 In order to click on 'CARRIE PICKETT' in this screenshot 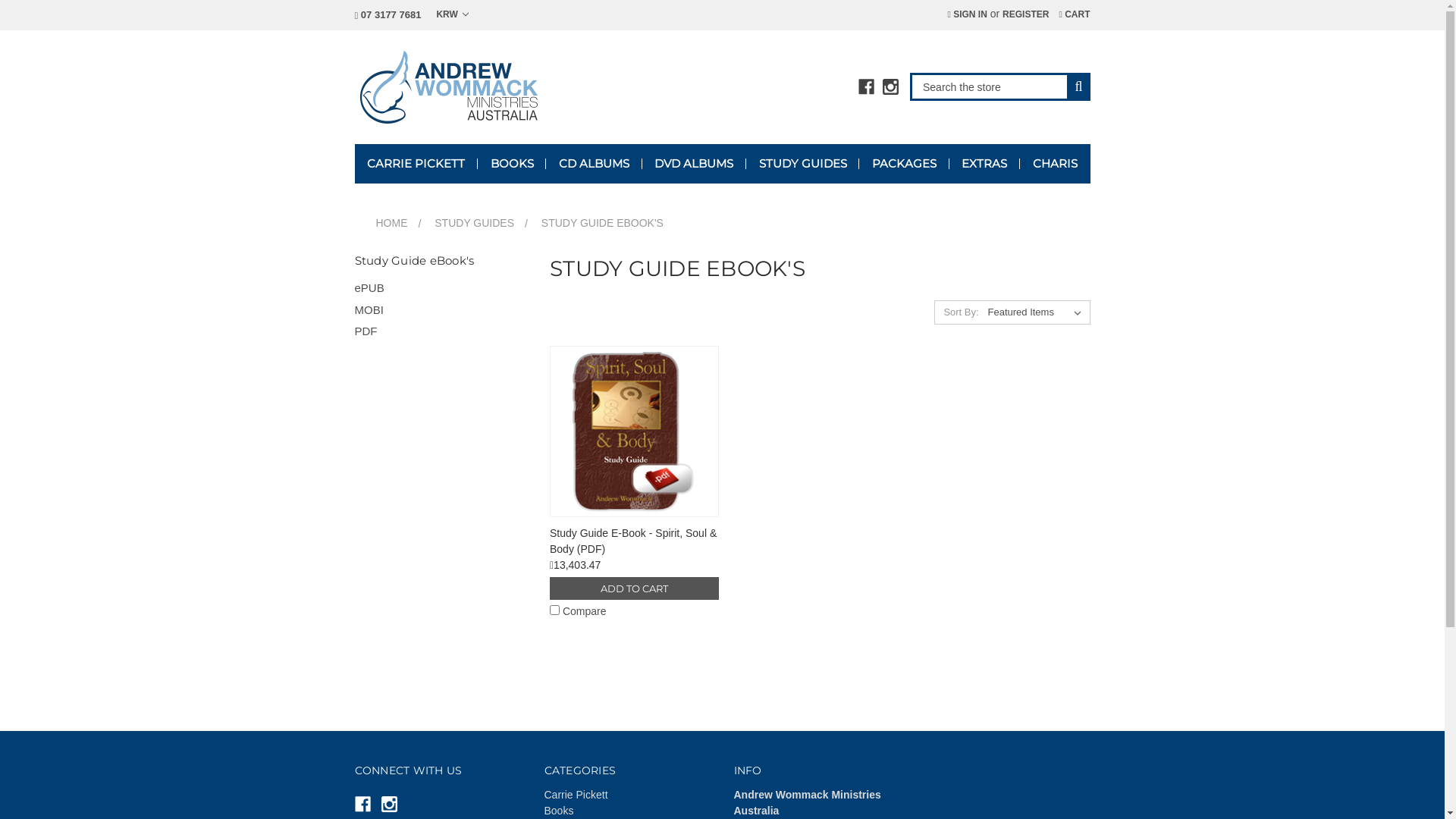, I will do `click(416, 164)`.